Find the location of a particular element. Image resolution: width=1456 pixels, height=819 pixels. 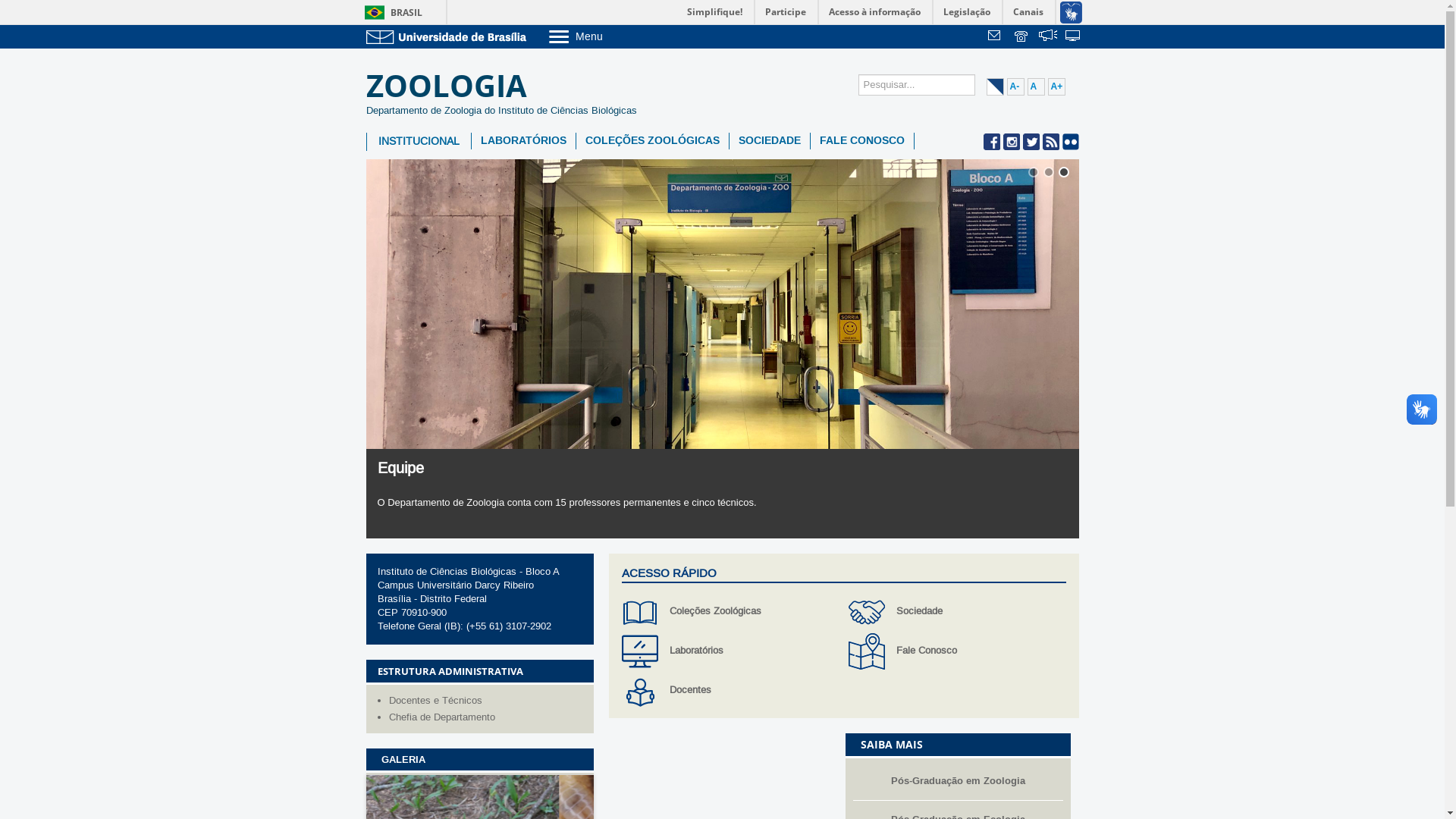

' ' is located at coordinates (1063, 36).